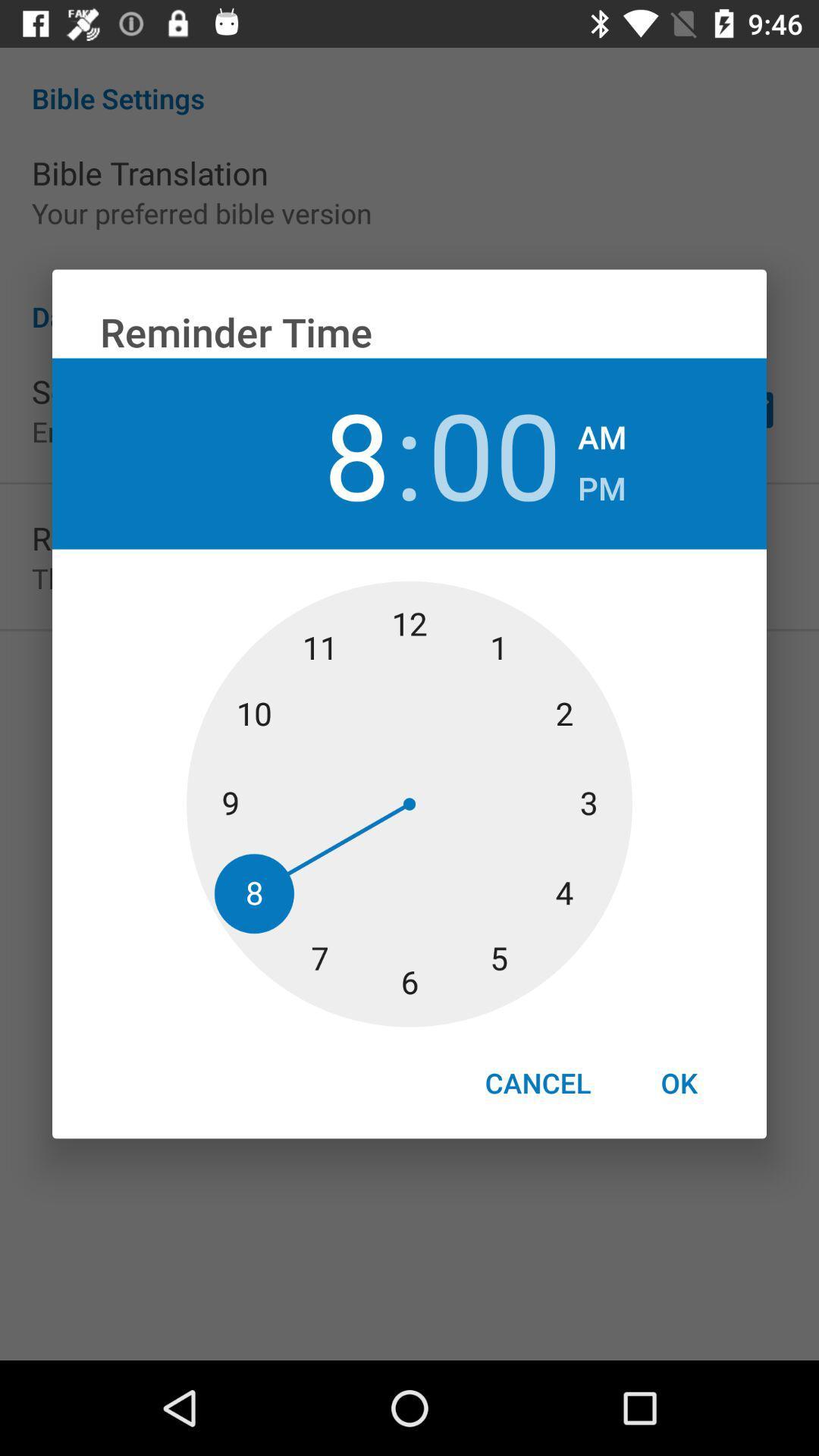  What do you see at coordinates (601, 431) in the screenshot?
I see `the icon above the pm item` at bounding box center [601, 431].